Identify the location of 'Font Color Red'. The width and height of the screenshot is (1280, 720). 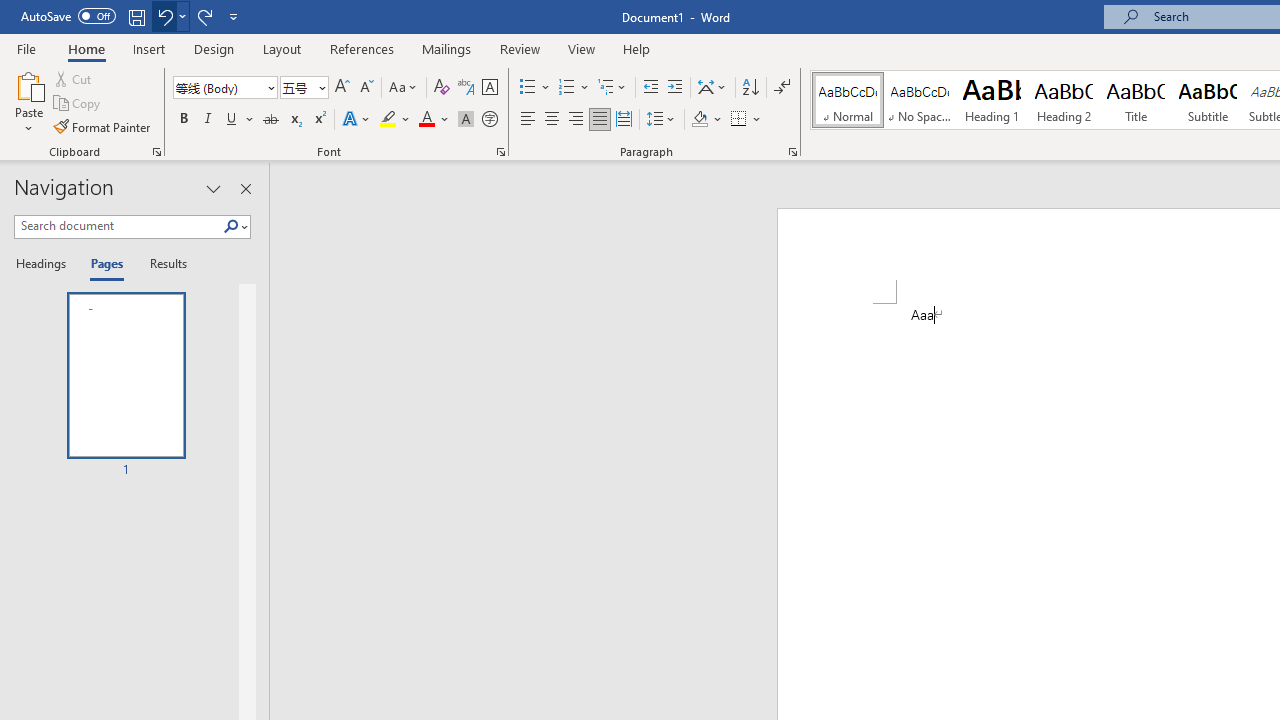
(425, 119).